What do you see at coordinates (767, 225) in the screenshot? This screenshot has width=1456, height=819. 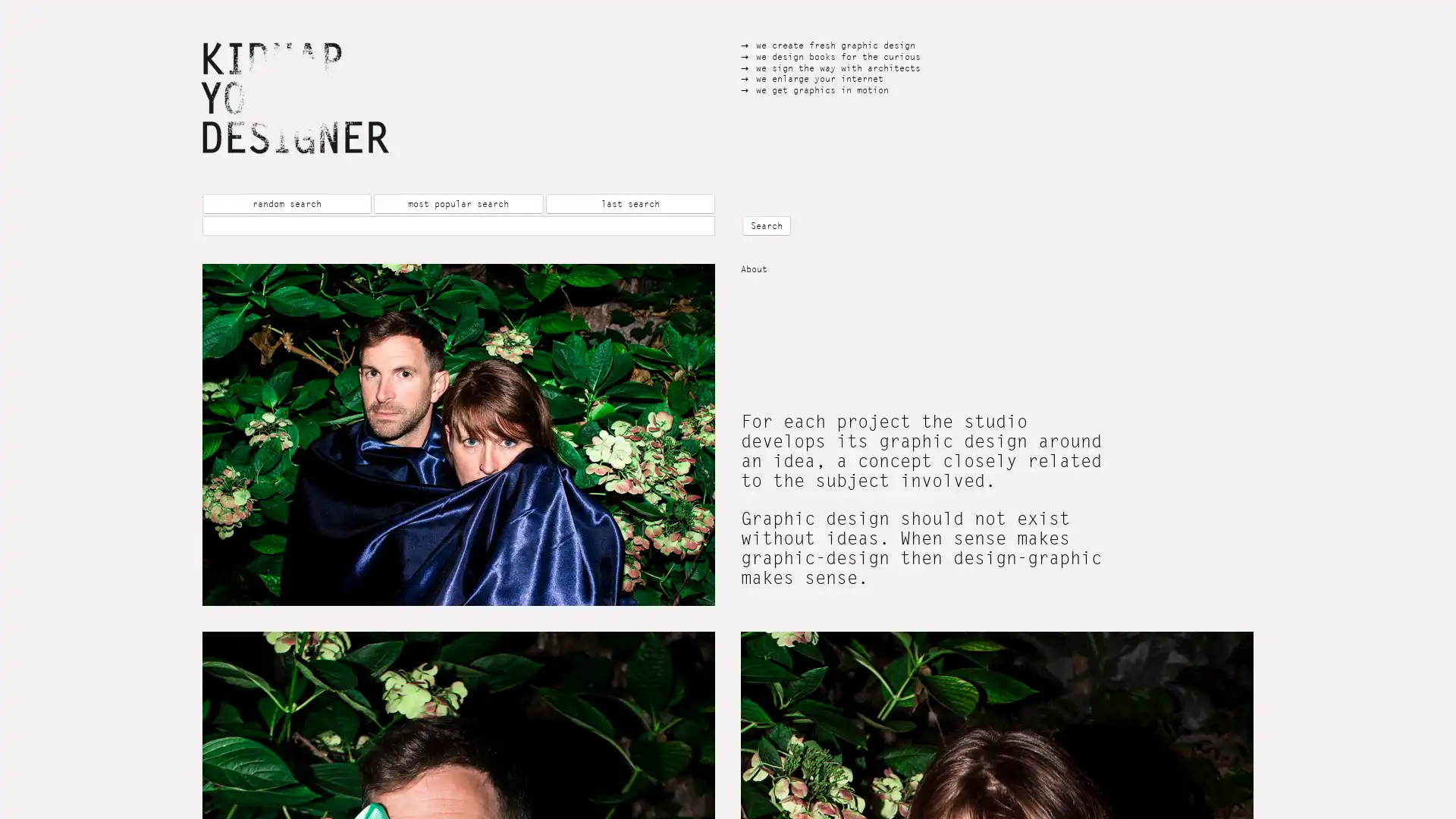 I see `Search` at bounding box center [767, 225].